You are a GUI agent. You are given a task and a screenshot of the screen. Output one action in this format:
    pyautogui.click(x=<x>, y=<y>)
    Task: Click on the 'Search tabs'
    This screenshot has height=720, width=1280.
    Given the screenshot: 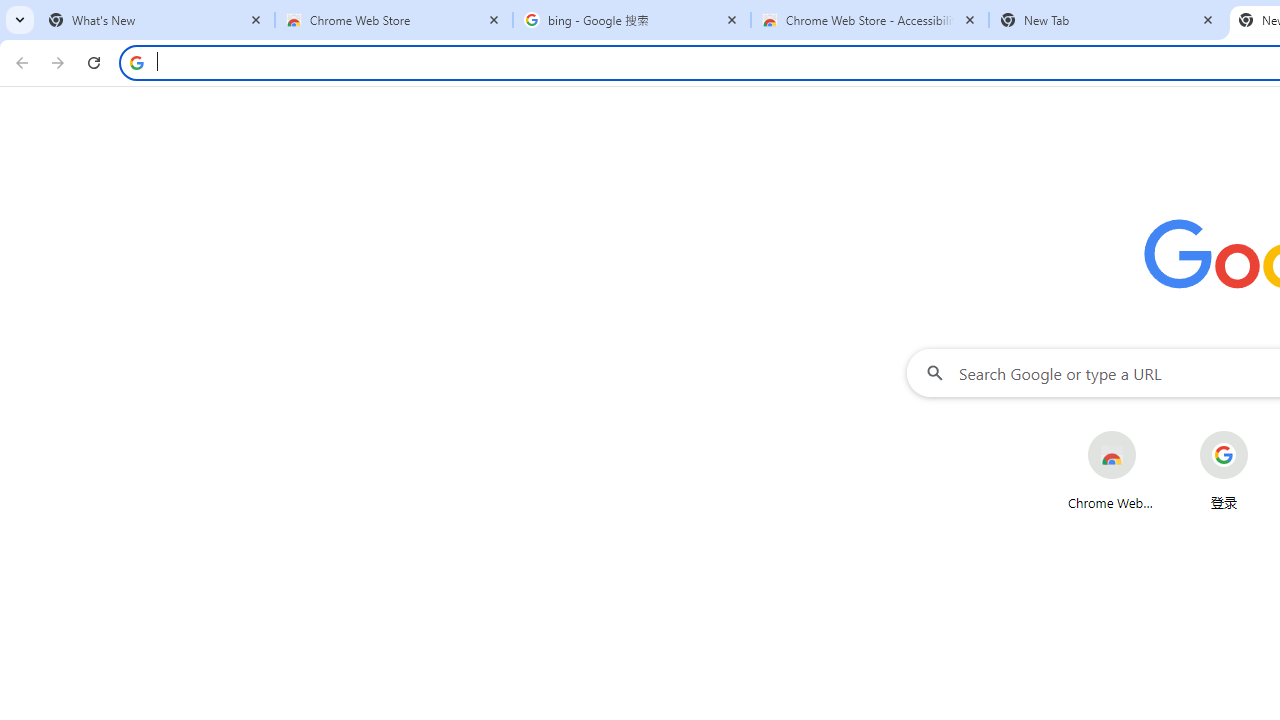 What is the action you would take?
    pyautogui.click(x=20, y=20)
    